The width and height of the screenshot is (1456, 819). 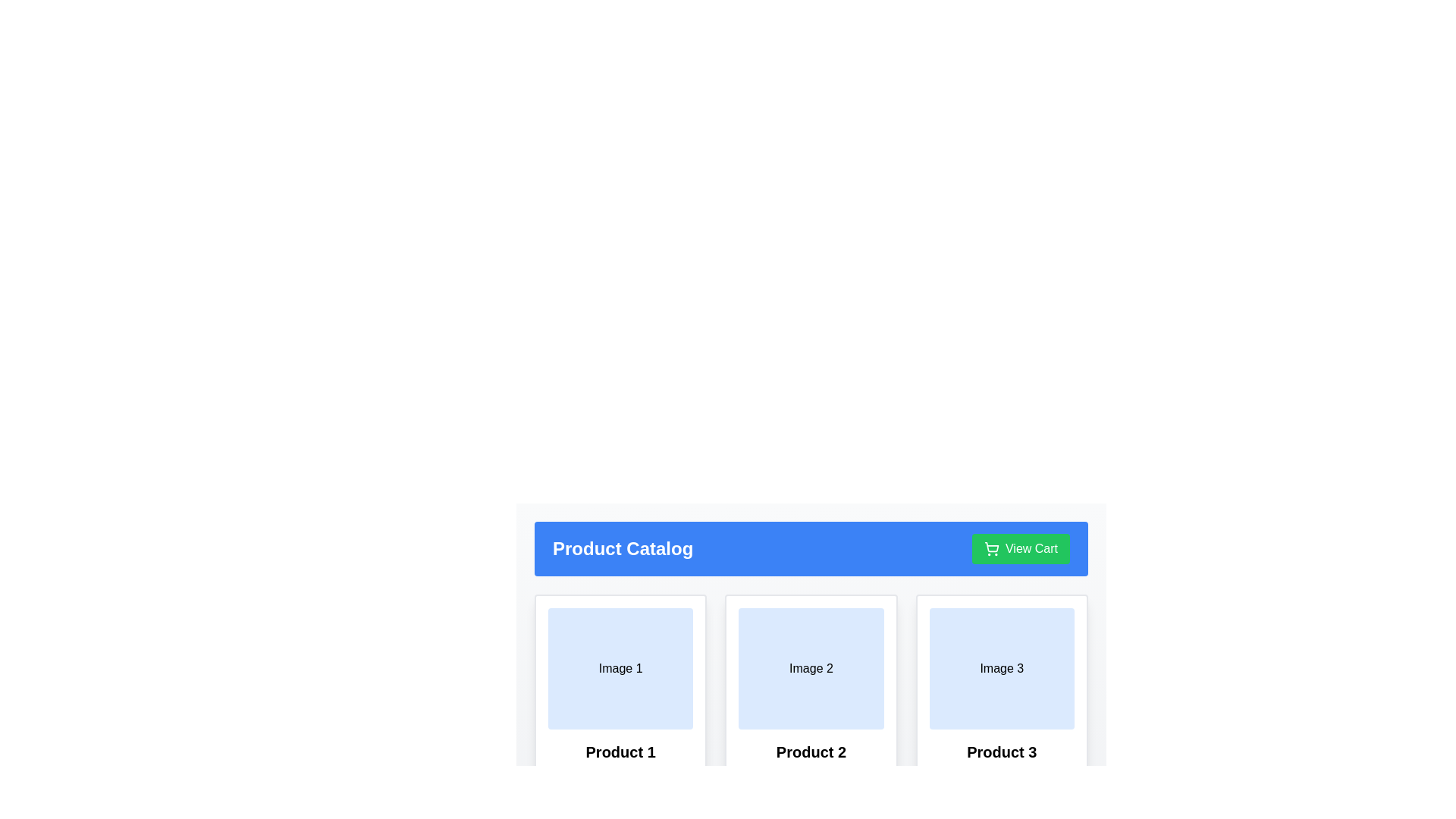 I want to click on the blue rectangular image placeholder labeled 'Image 3' at the top of the 'Product 3' card to inspect it, so click(x=1002, y=668).